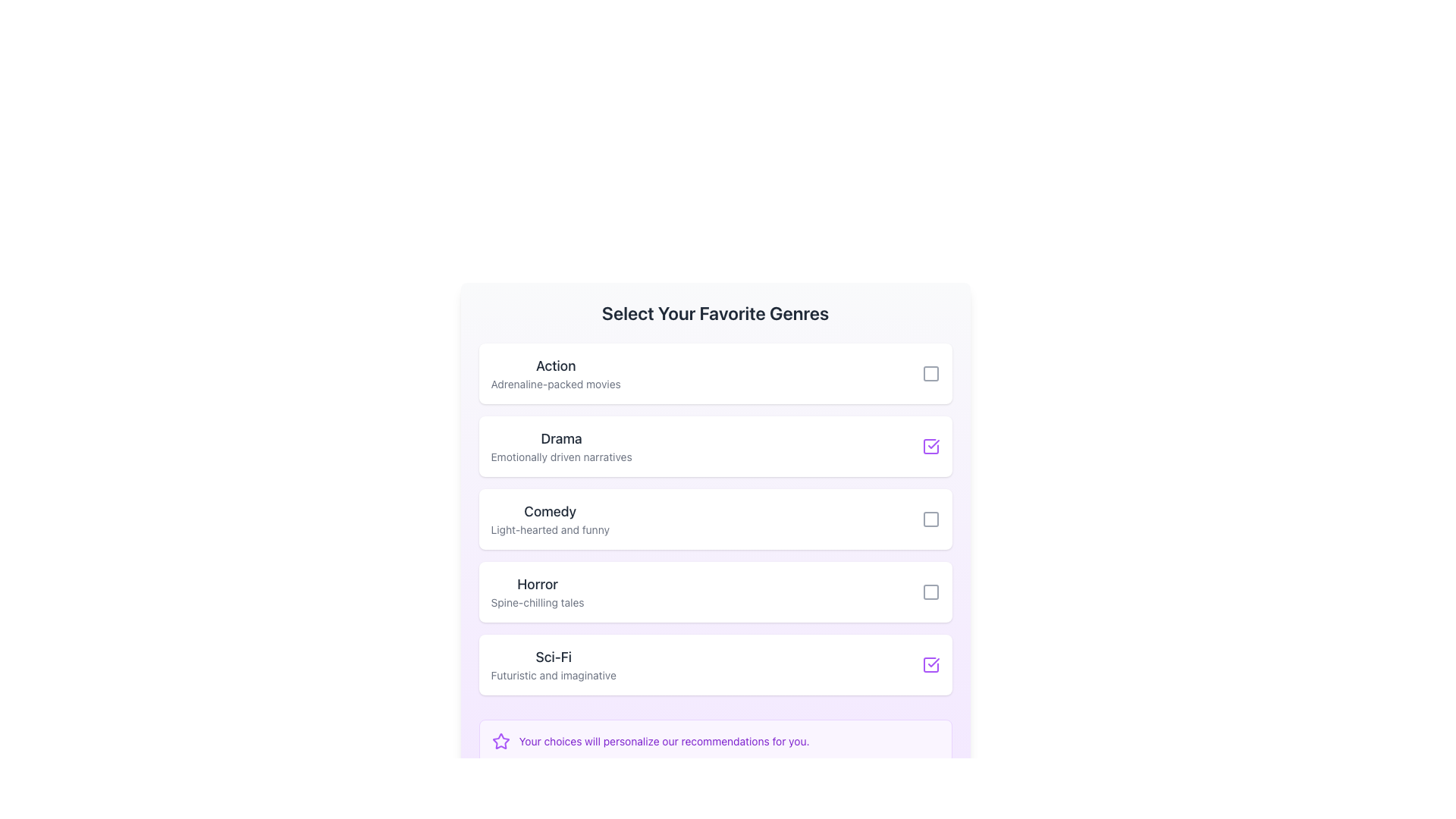  What do you see at coordinates (930, 446) in the screenshot?
I see `the checkbox for the genre 'Drama', which allows the user to select or deselect this category in the vertical list of genres` at bounding box center [930, 446].